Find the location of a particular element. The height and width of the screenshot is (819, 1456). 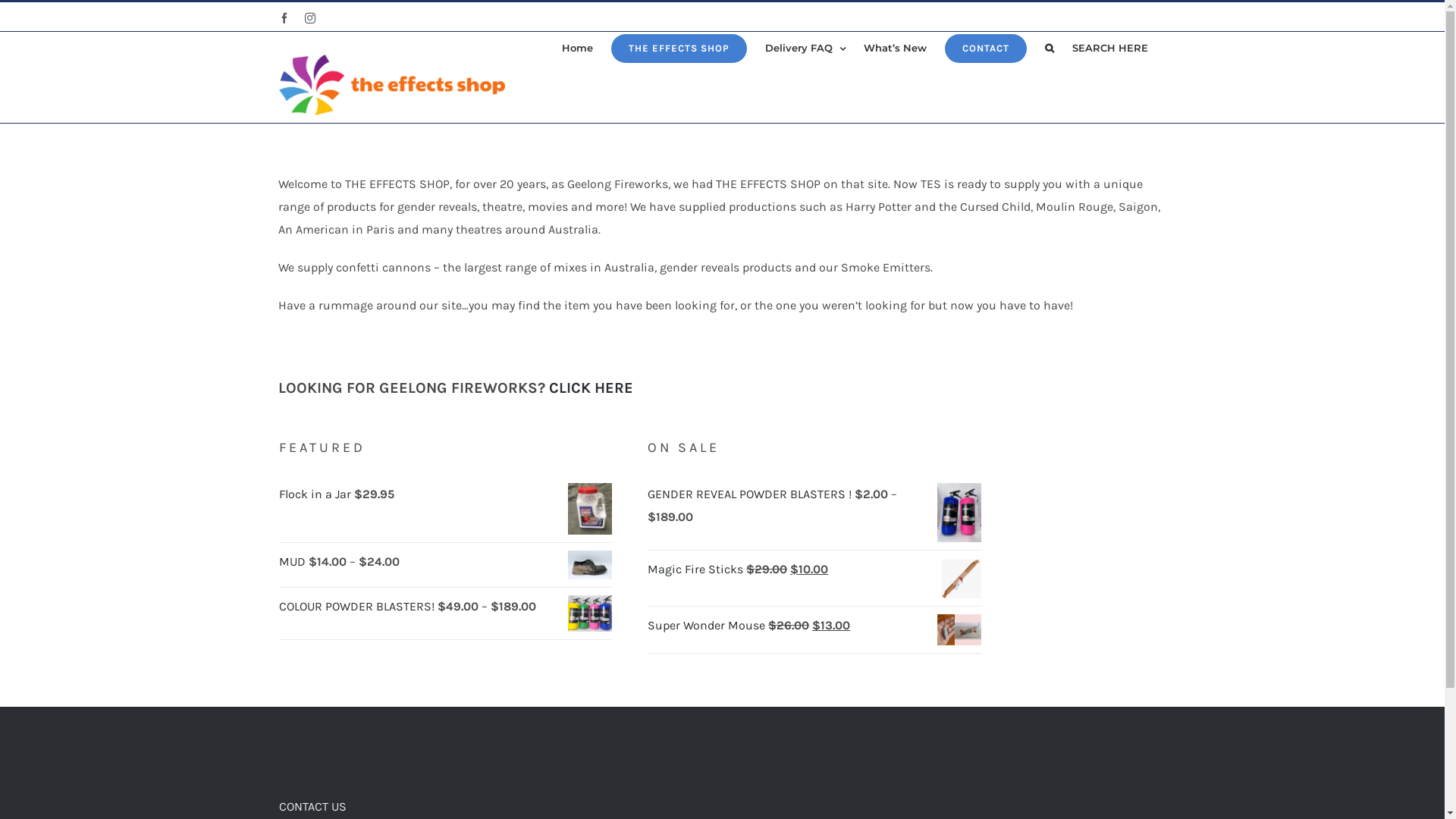

'Search' is located at coordinates (1043, 47).